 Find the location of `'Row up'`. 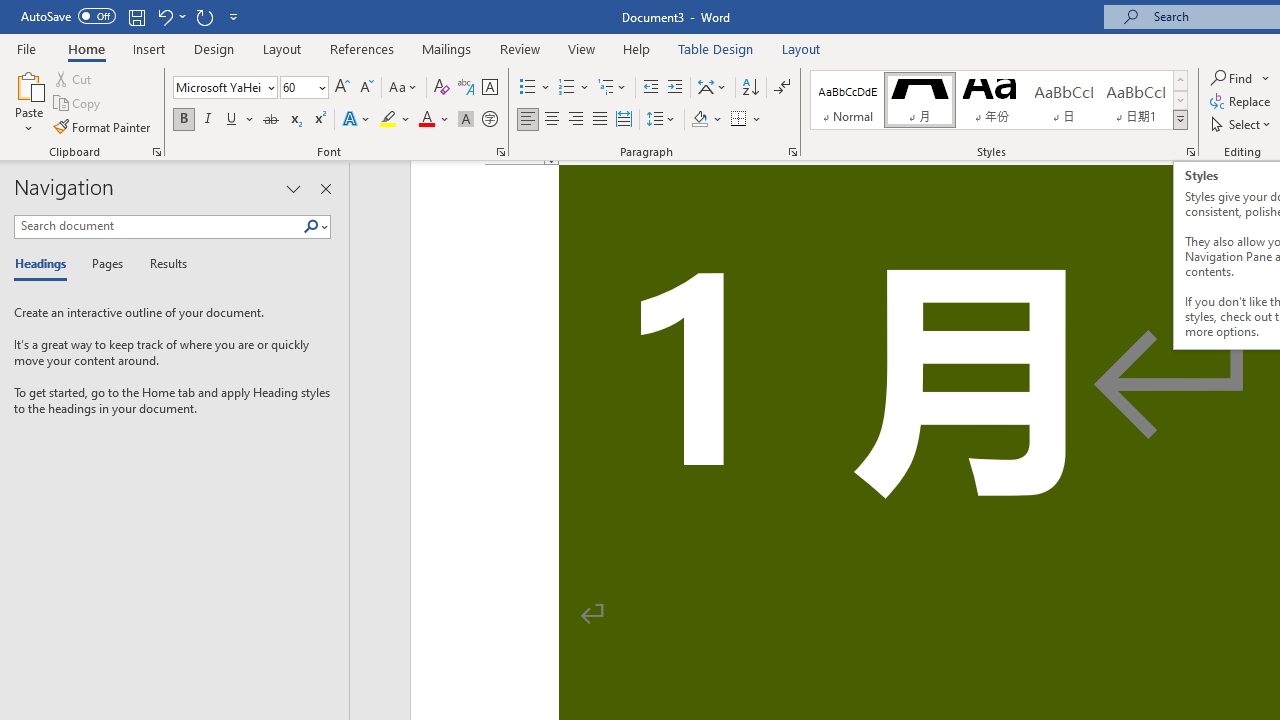

'Row up' is located at coordinates (1180, 79).